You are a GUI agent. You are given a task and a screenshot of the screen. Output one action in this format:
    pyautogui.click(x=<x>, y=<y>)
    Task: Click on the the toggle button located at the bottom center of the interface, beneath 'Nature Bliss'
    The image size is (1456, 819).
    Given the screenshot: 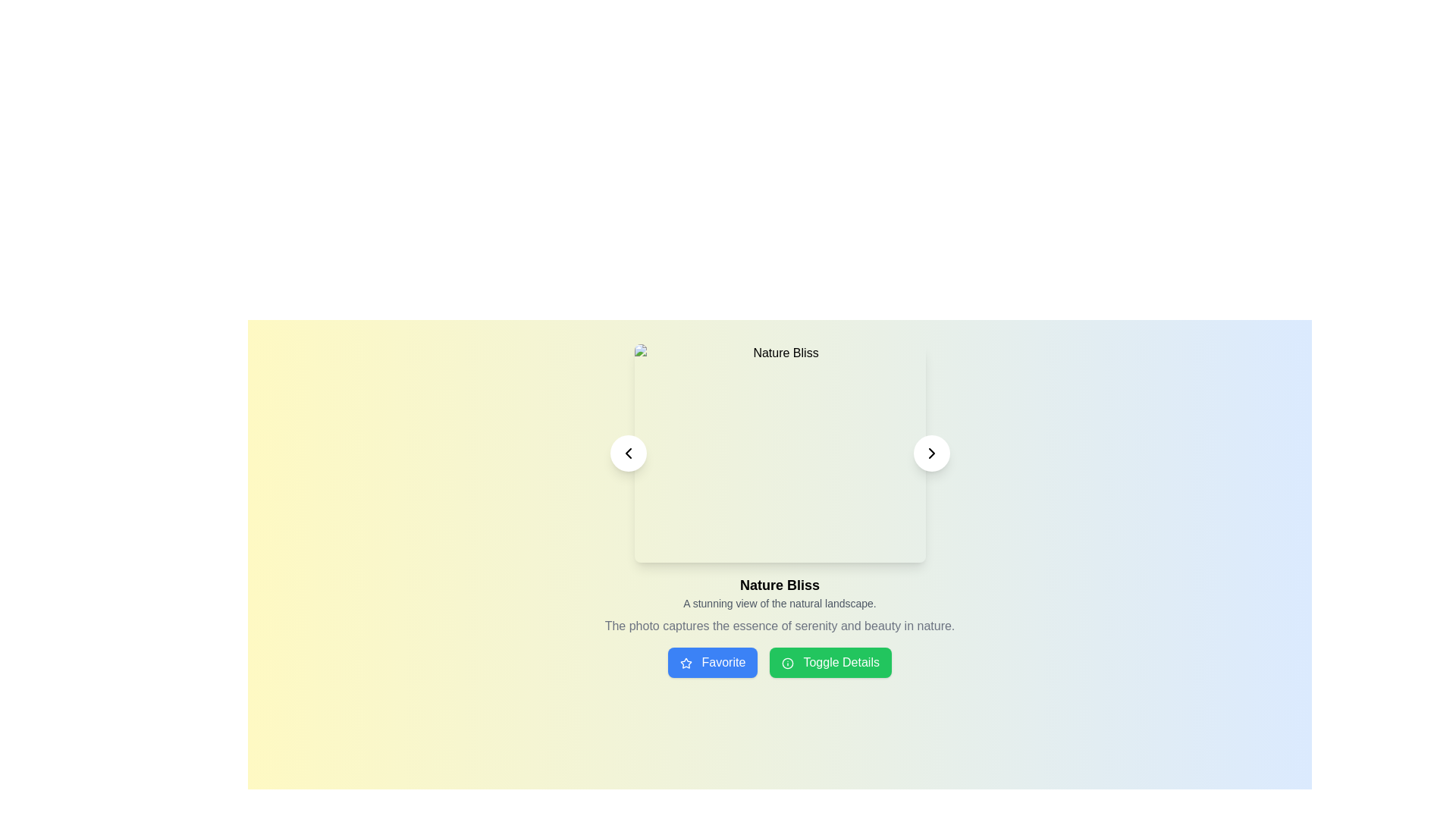 What is the action you would take?
    pyautogui.click(x=830, y=662)
    